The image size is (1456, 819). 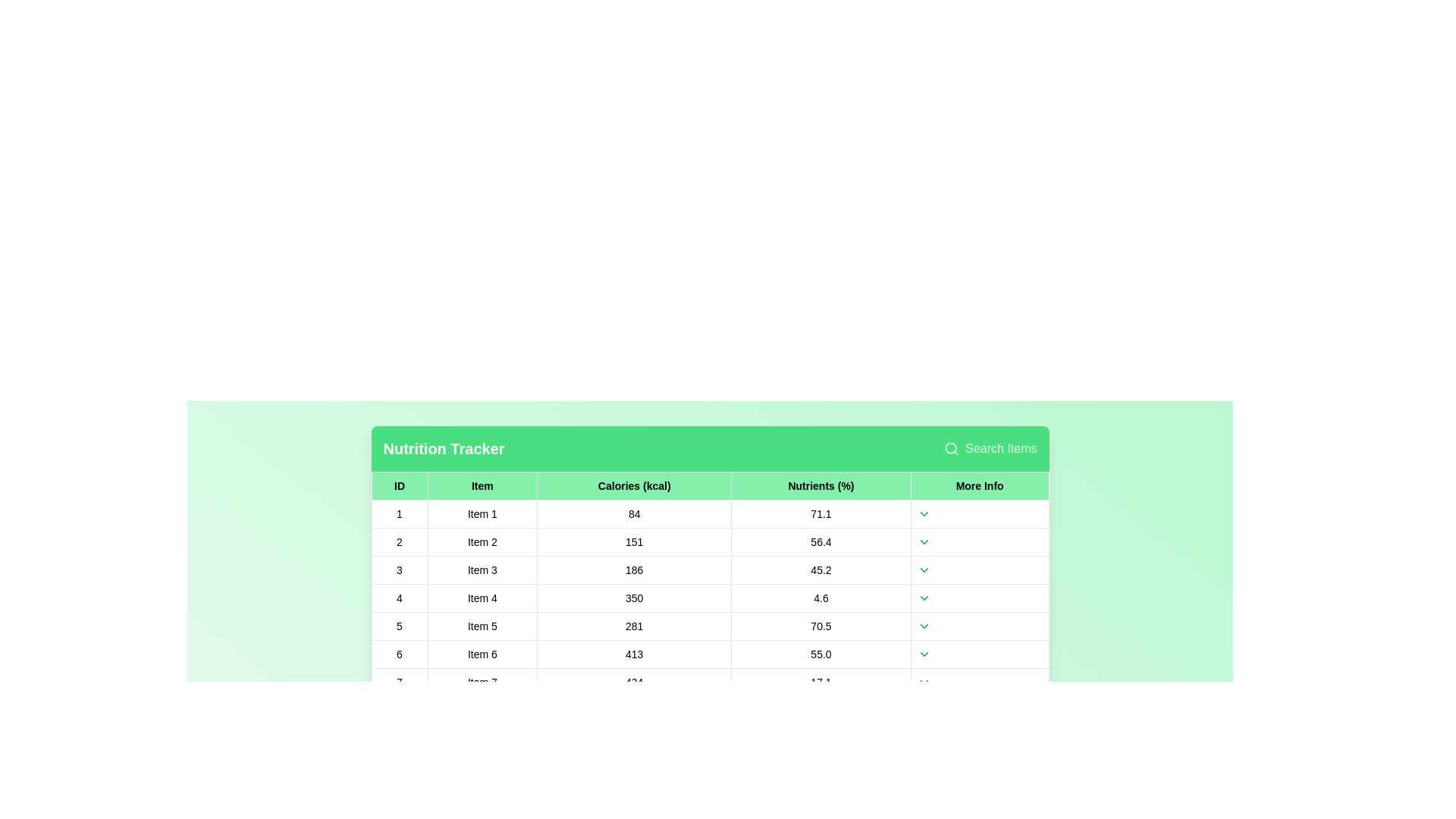 I want to click on the search button to activate the search functionality, so click(x=990, y=447).